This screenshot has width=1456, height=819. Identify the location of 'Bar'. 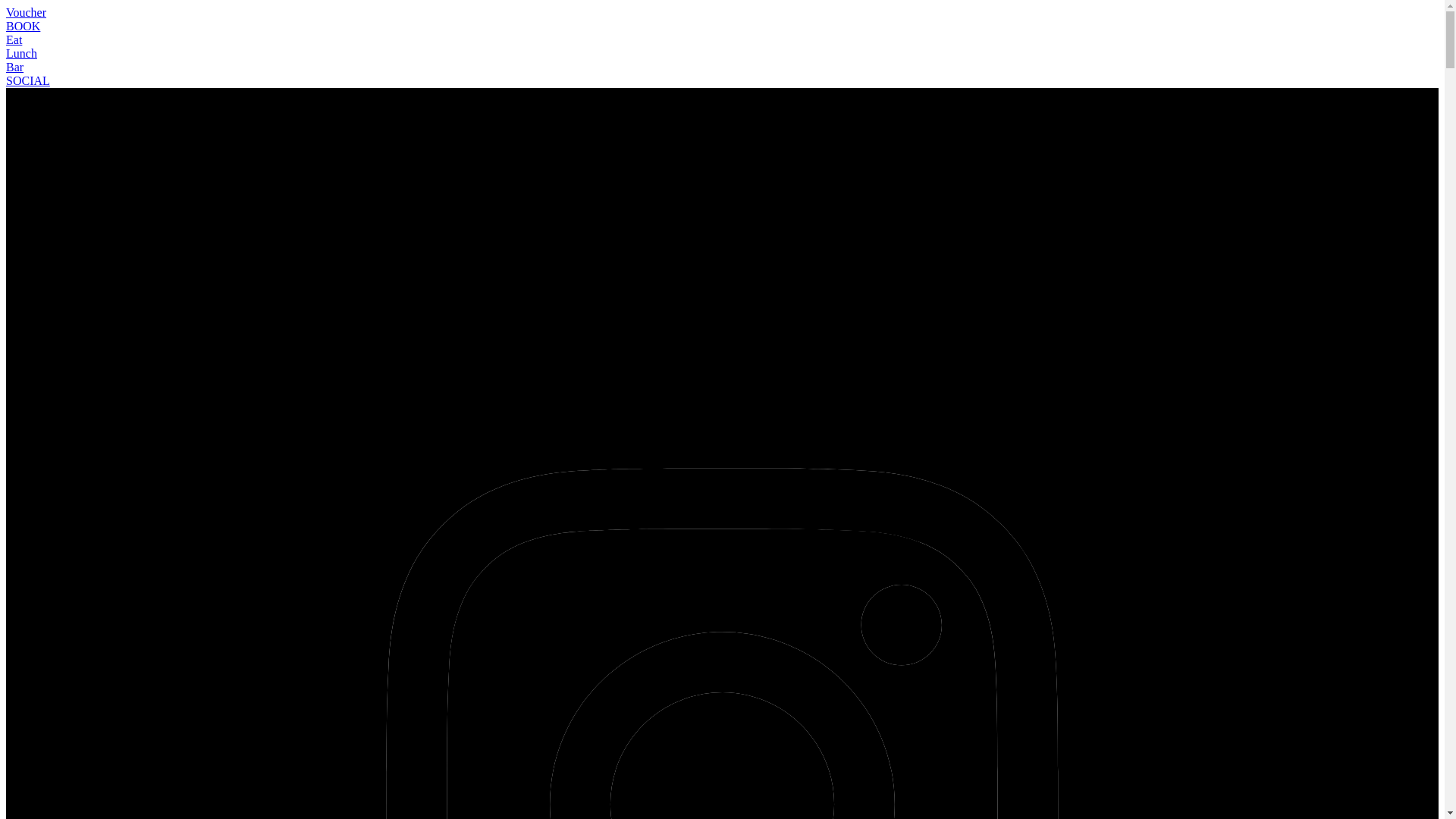
(14, 66).